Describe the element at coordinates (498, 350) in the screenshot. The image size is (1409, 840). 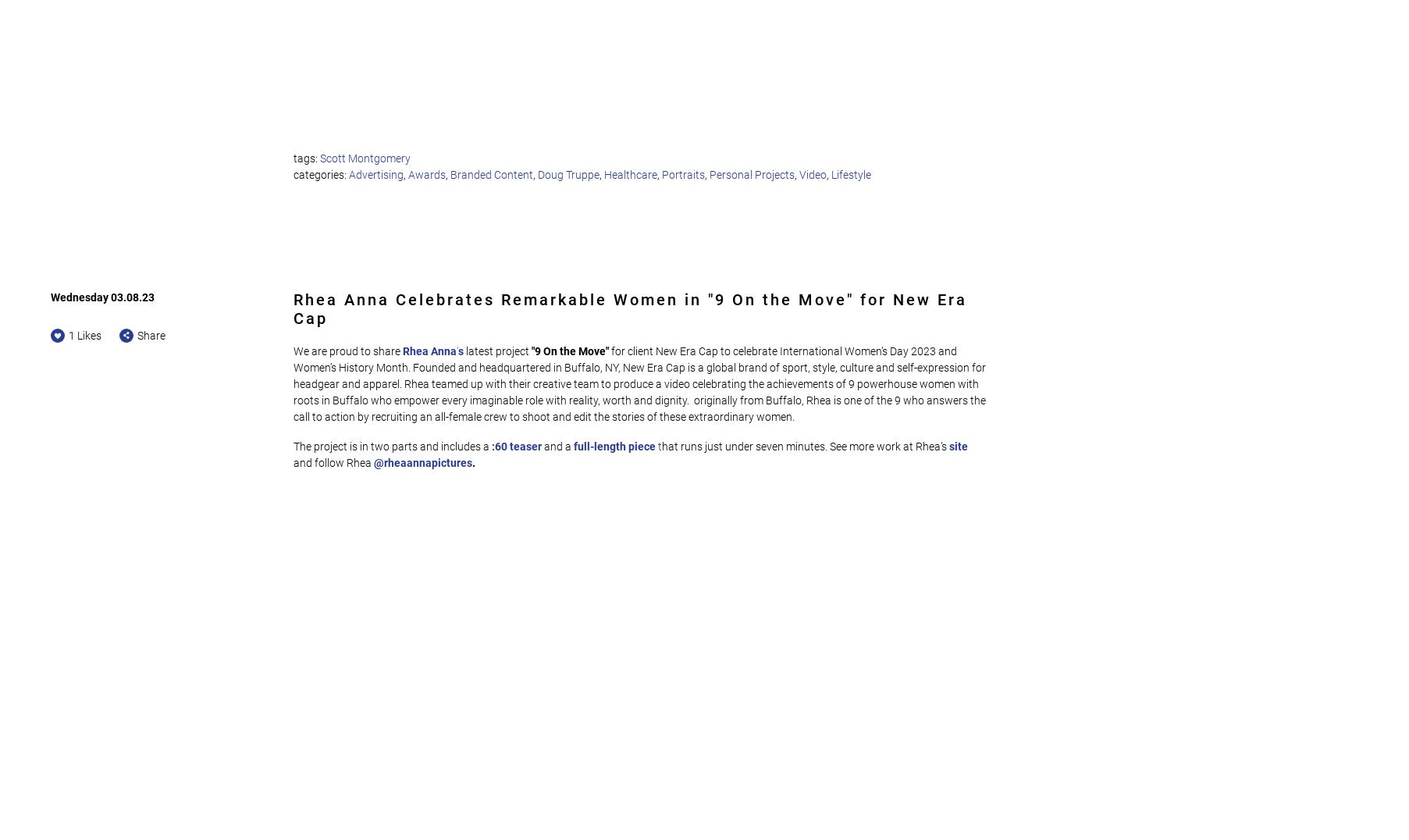
I see `'latest project'` at that location.